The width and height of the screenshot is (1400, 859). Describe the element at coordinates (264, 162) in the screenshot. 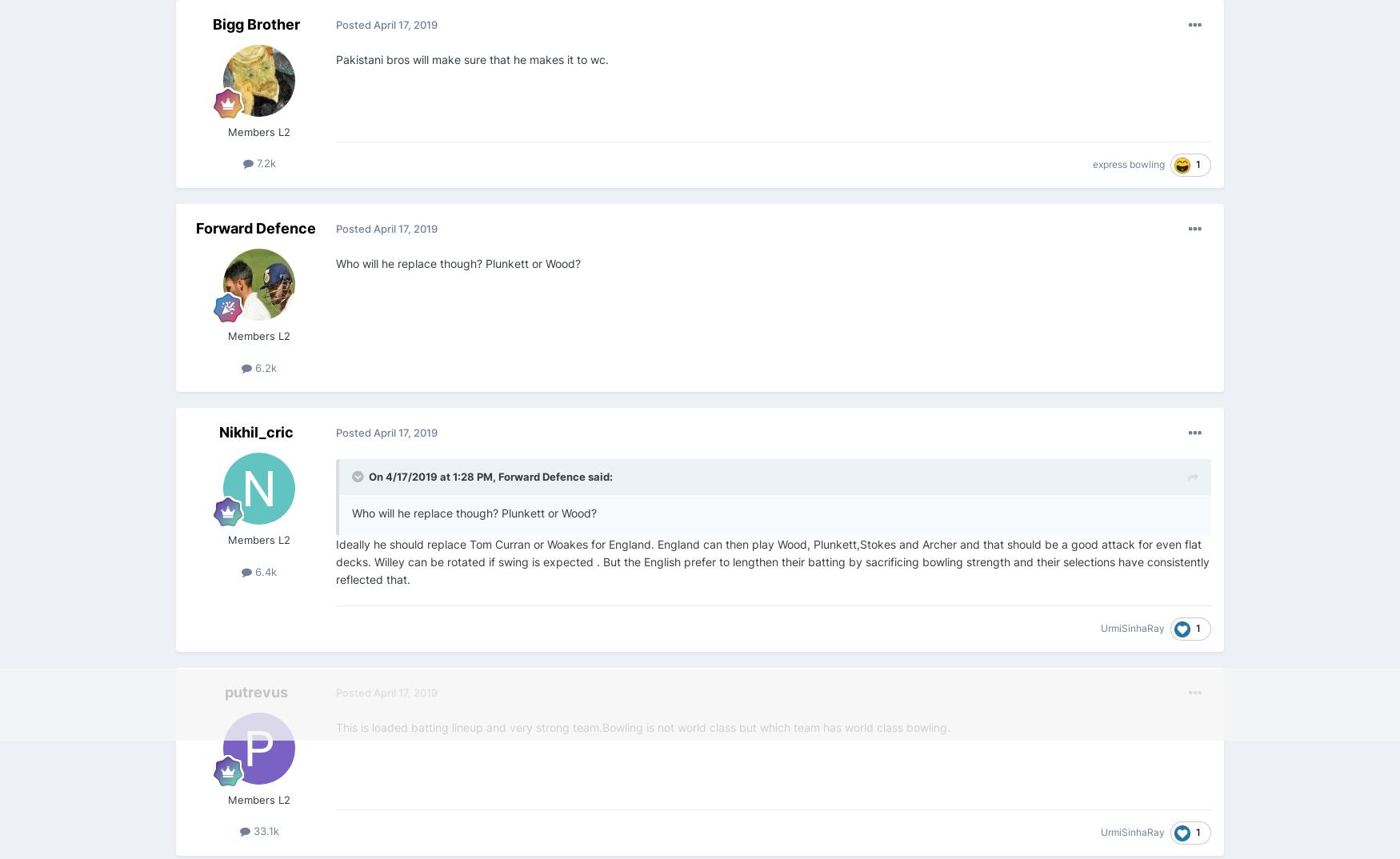

I see `'7.2k'` at that location.